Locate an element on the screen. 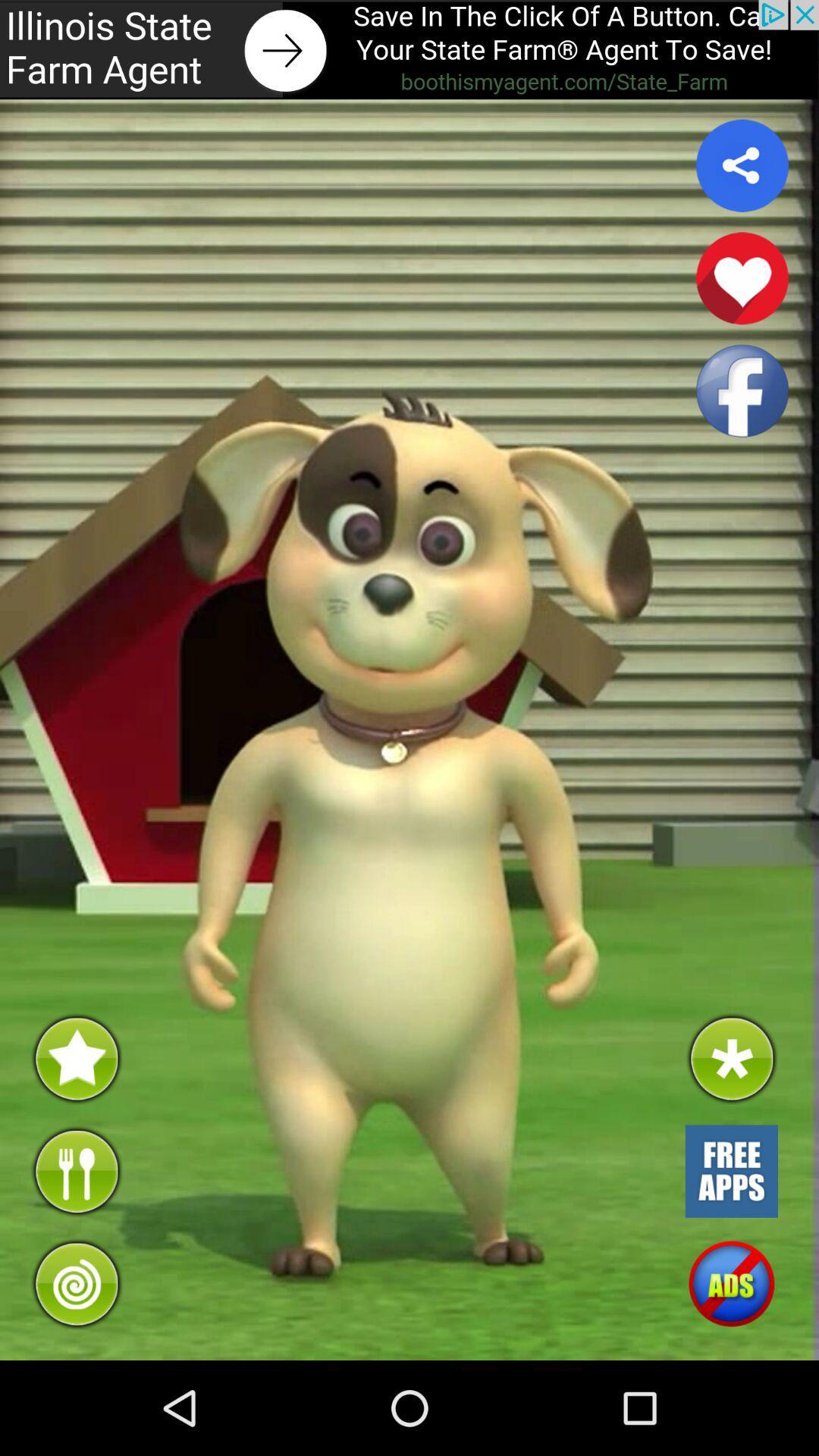  facebook button is located at coordinates (742, 391).